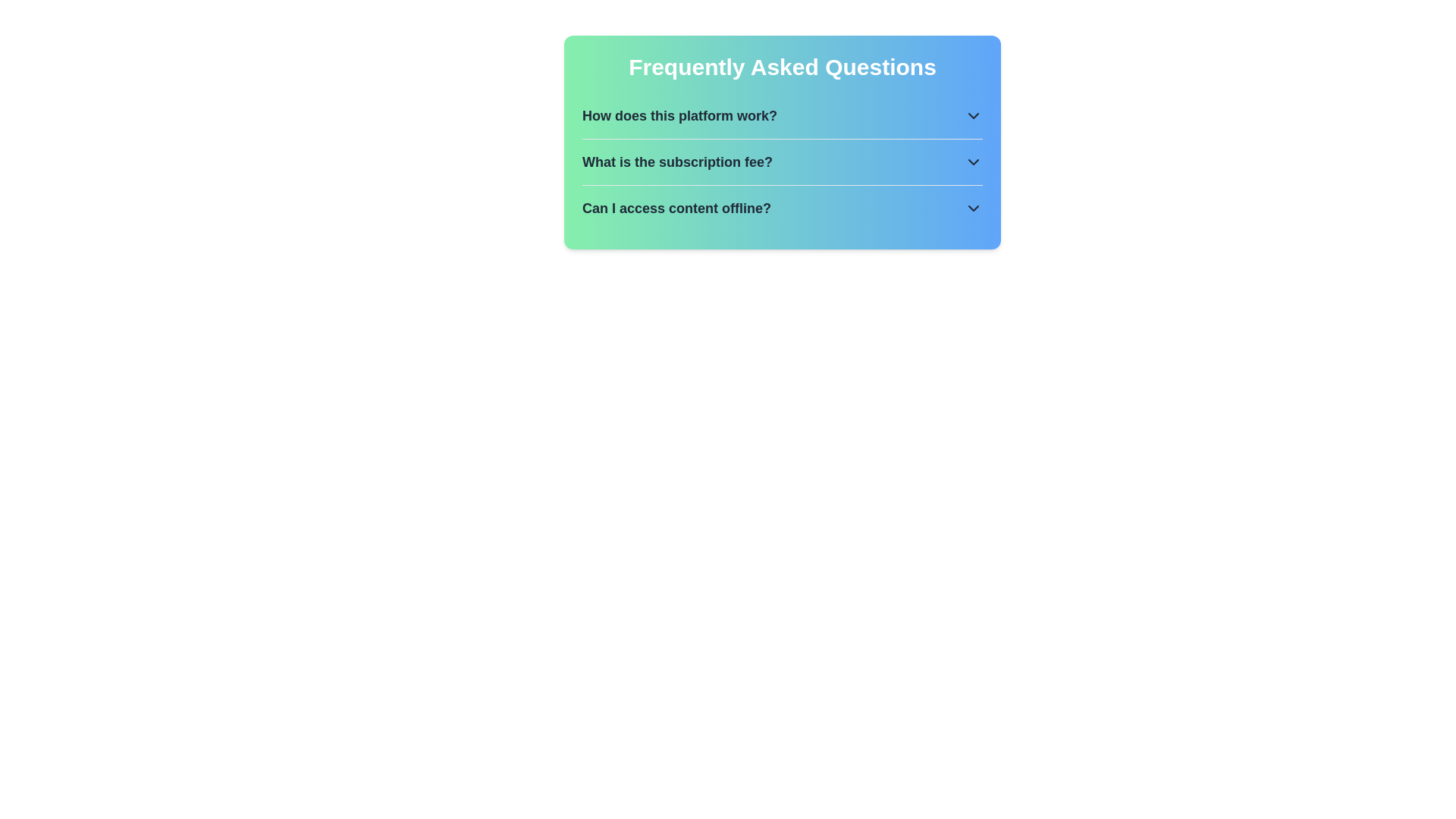  Describe the element at coordinates (973, 162) in the screenshot. I see `the chevron icon that indicates the toggle for the question 'What is the subscription fee?'` at that location.